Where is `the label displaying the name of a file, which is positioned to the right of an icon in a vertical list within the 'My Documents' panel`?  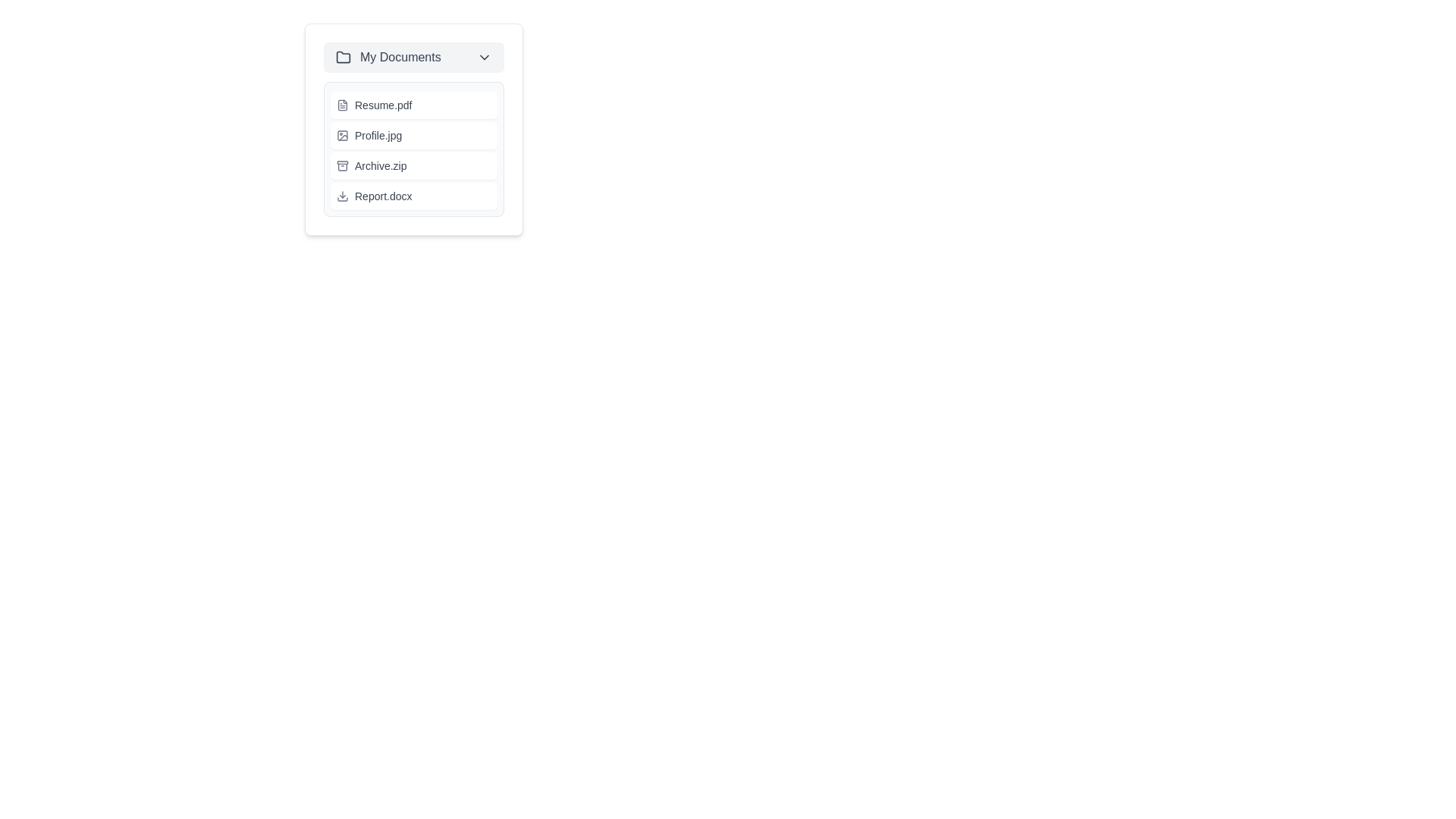 the label displaying the name of a file, which is positioned to the right of an icon in a vertical list within the 'My Documents' panel is located at coordinates (378, 134).